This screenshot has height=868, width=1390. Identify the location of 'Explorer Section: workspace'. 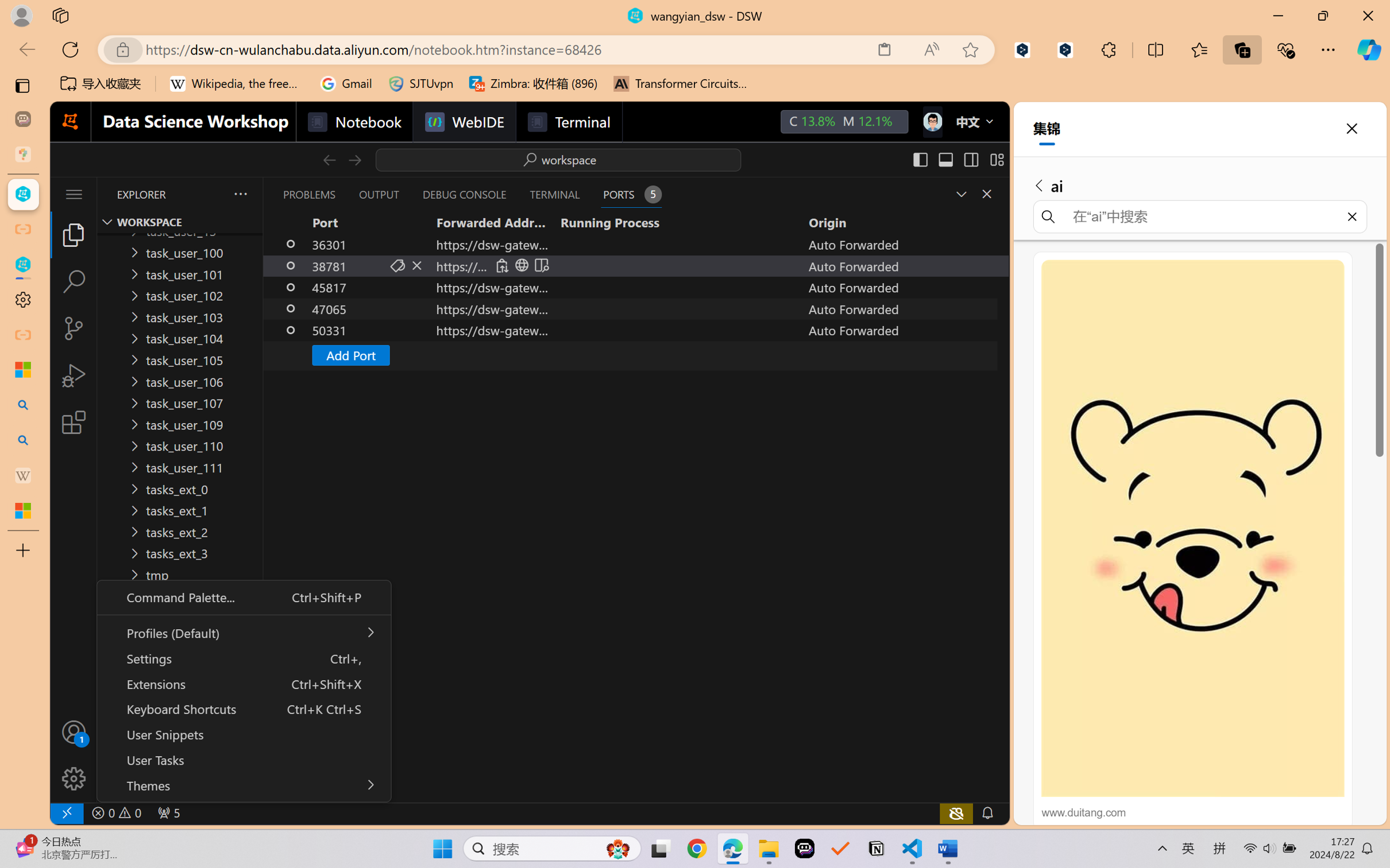
(180, 222).